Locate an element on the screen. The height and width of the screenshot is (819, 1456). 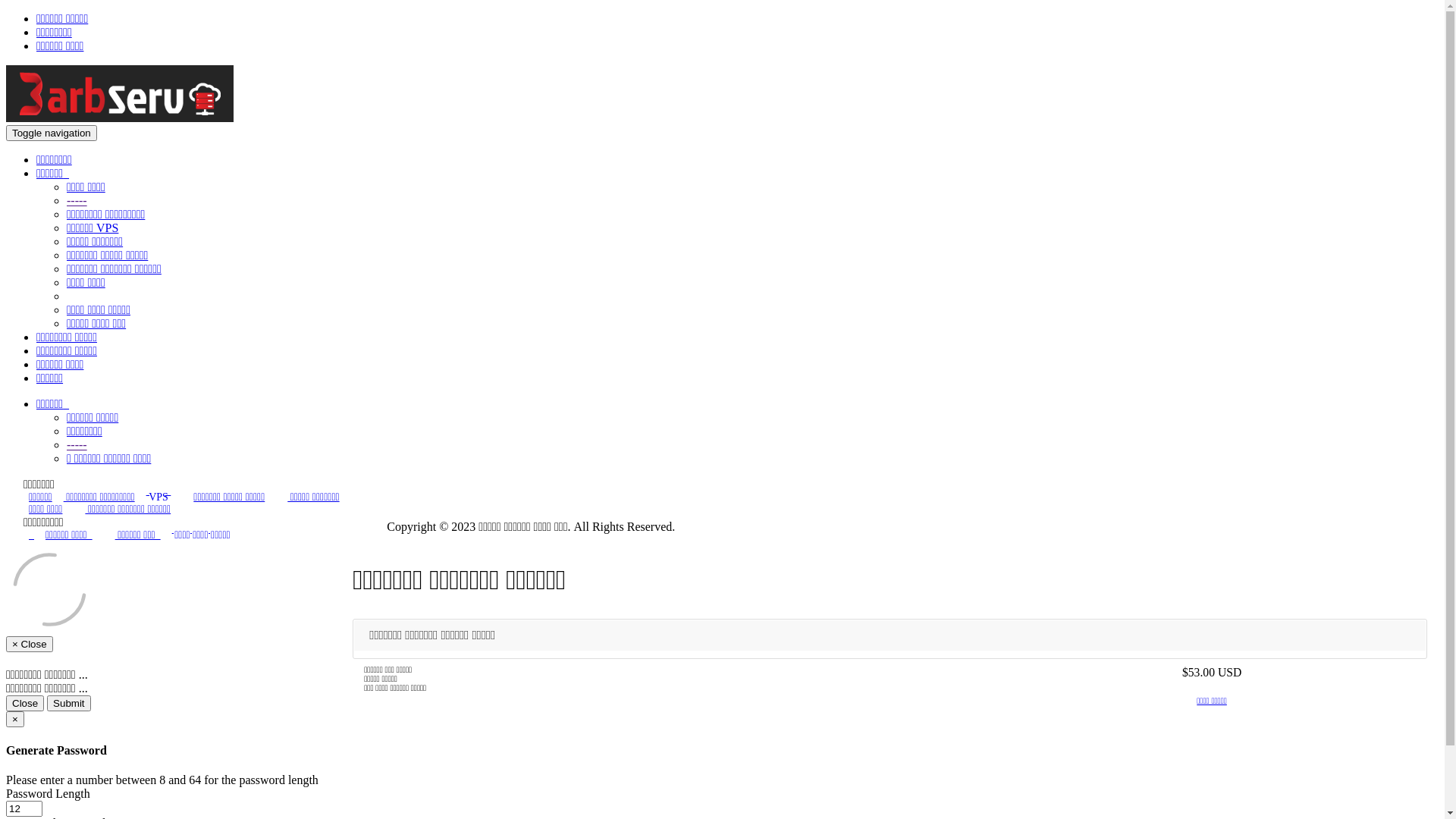
'Submit' is located at coordinates (67, 703).